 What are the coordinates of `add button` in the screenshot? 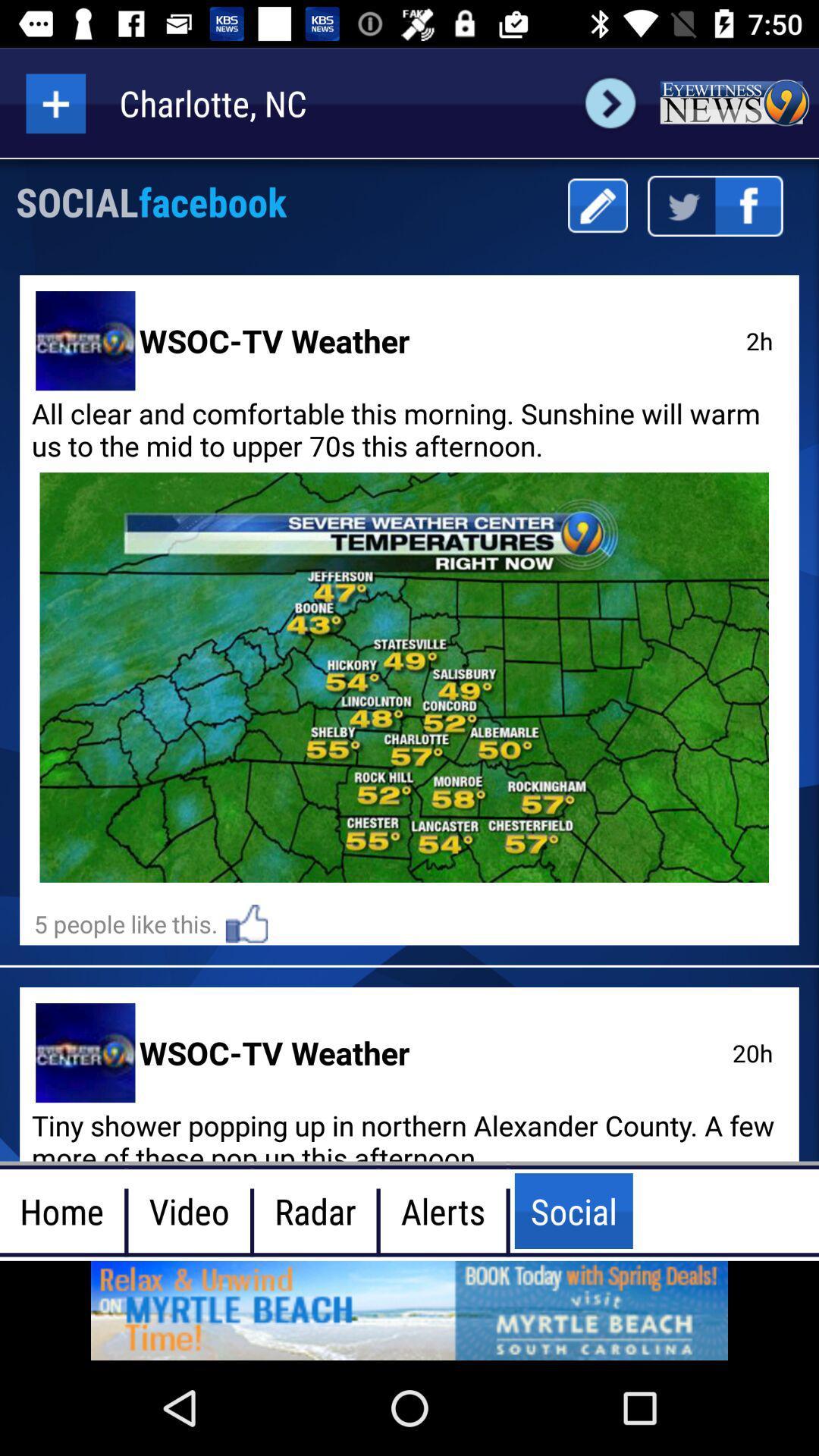 It's located at (55, 102).